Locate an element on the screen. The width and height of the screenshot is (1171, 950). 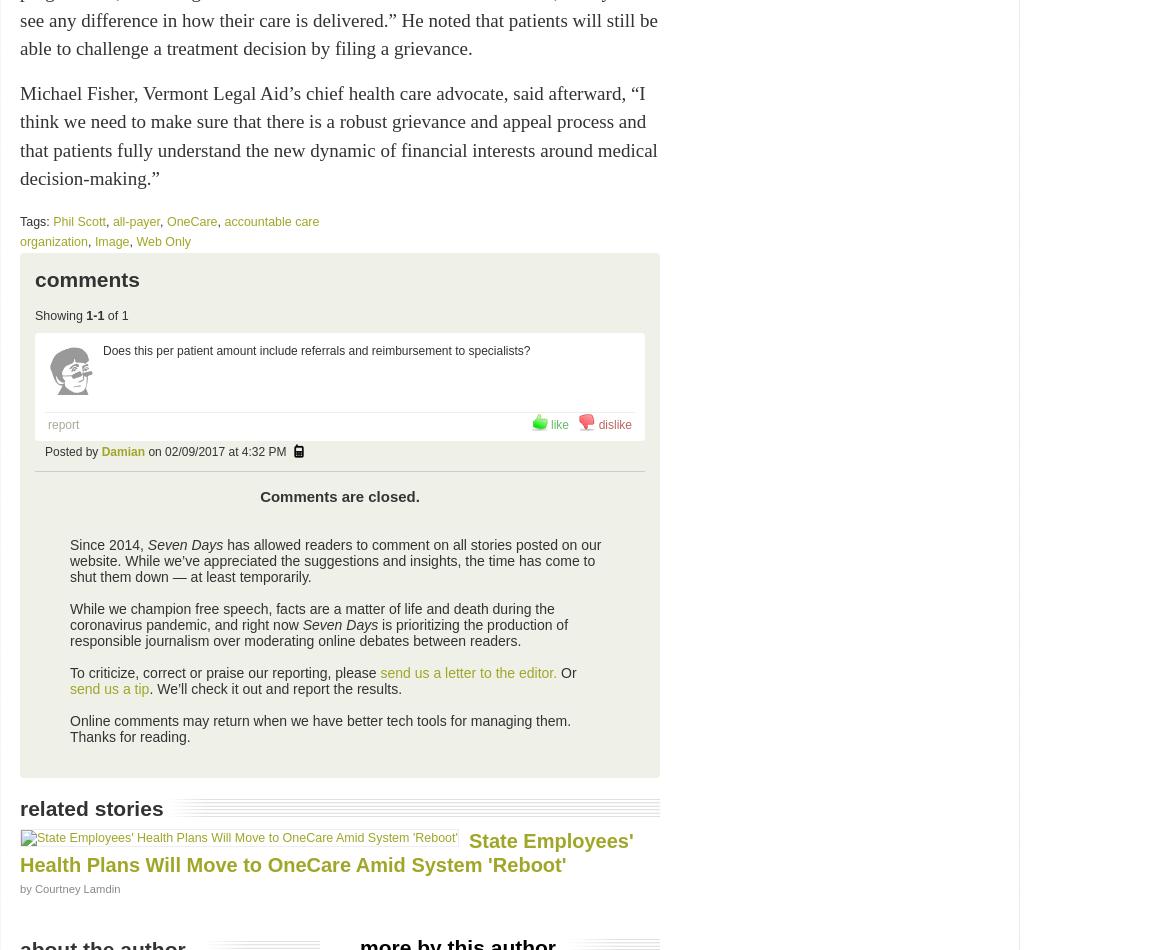
'accountable care organization' is located at coordinates (20, 231).